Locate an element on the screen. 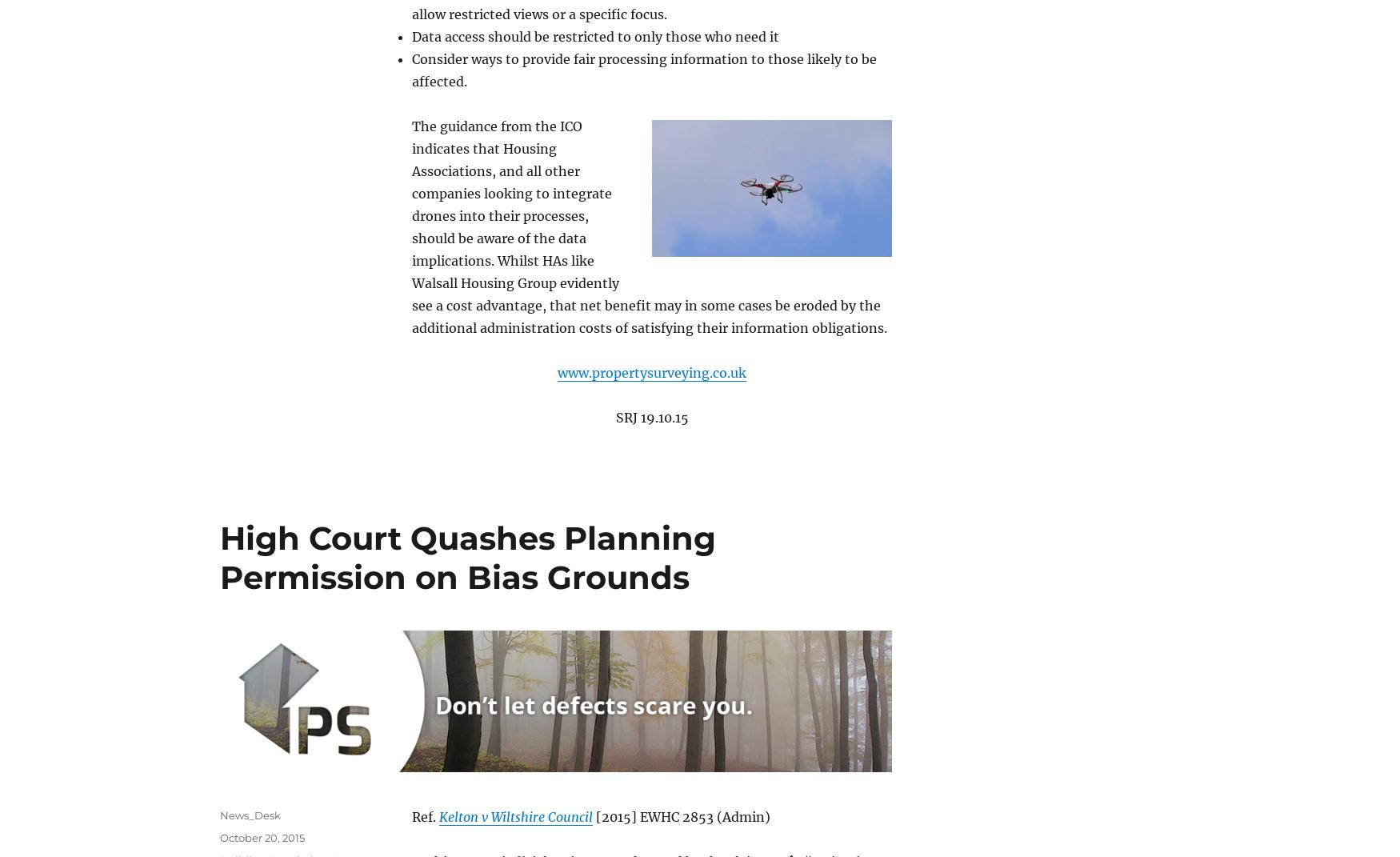 This screenshot has width=1400, height=857. 'October 20, 2015' is located at coordinates (262, 837).